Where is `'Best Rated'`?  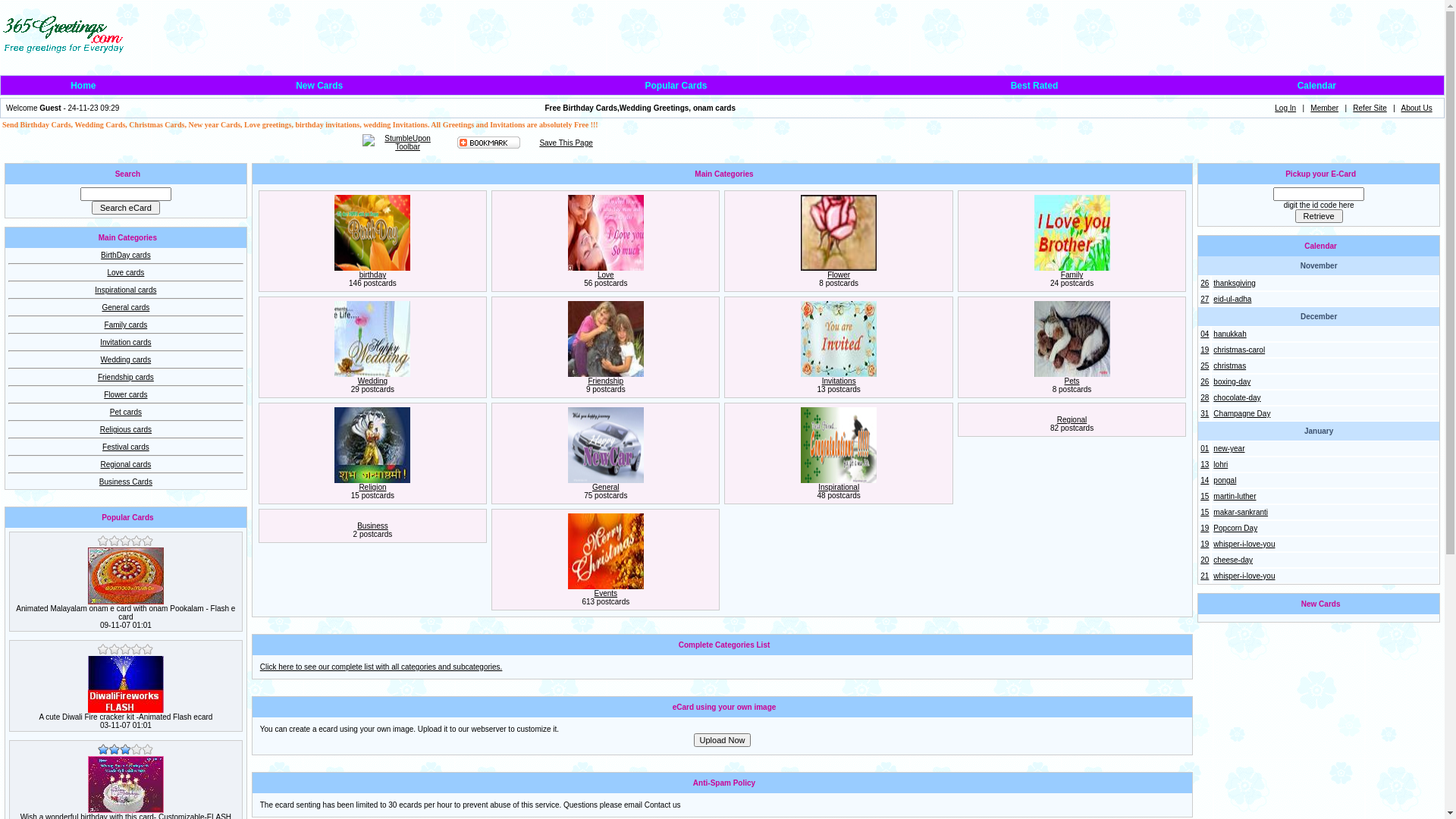 'Best Rated' is located at coordinates (1034, 85).